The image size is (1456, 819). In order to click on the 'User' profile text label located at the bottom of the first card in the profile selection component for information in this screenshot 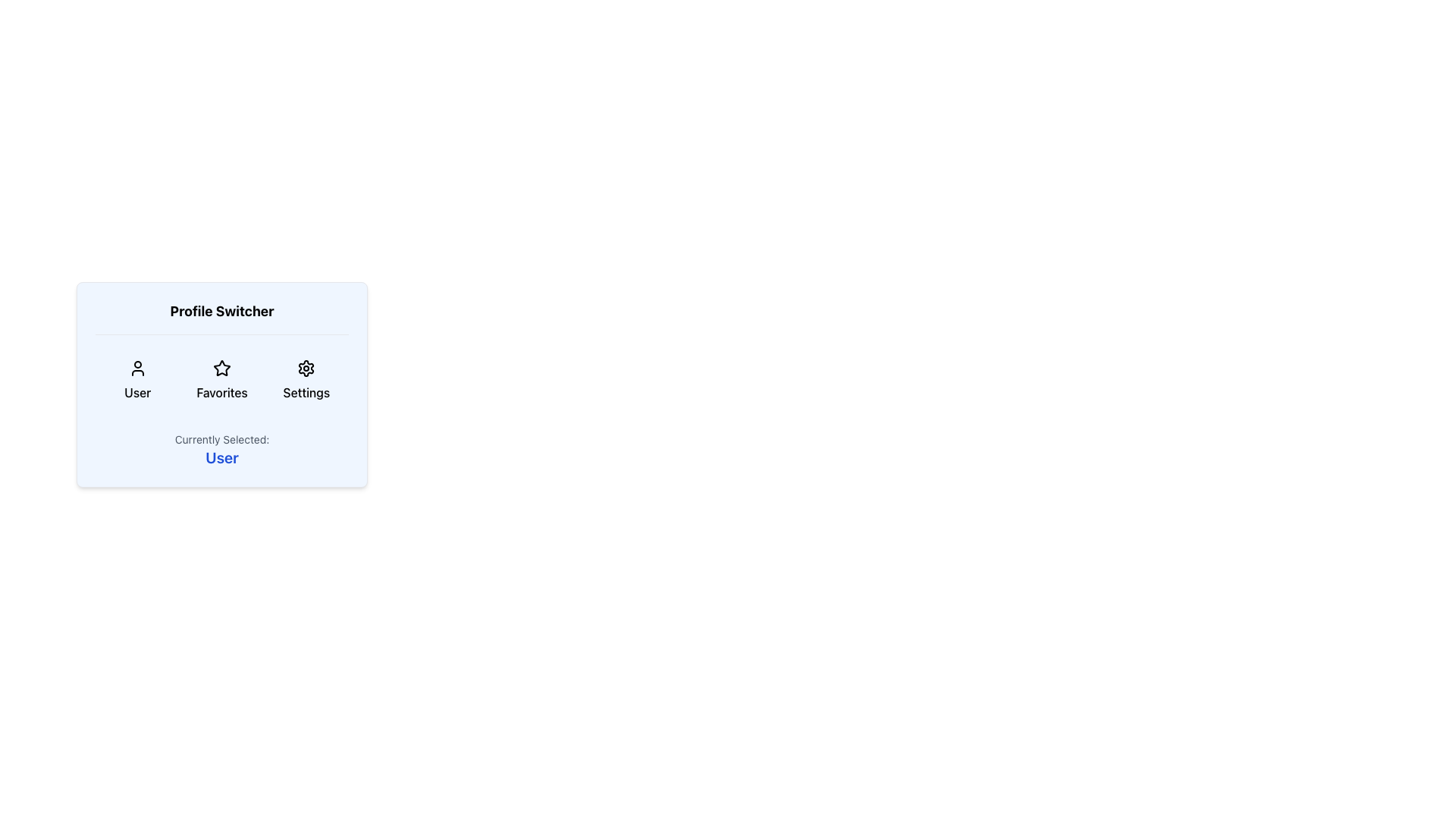, I will do `click(137, 391)`.